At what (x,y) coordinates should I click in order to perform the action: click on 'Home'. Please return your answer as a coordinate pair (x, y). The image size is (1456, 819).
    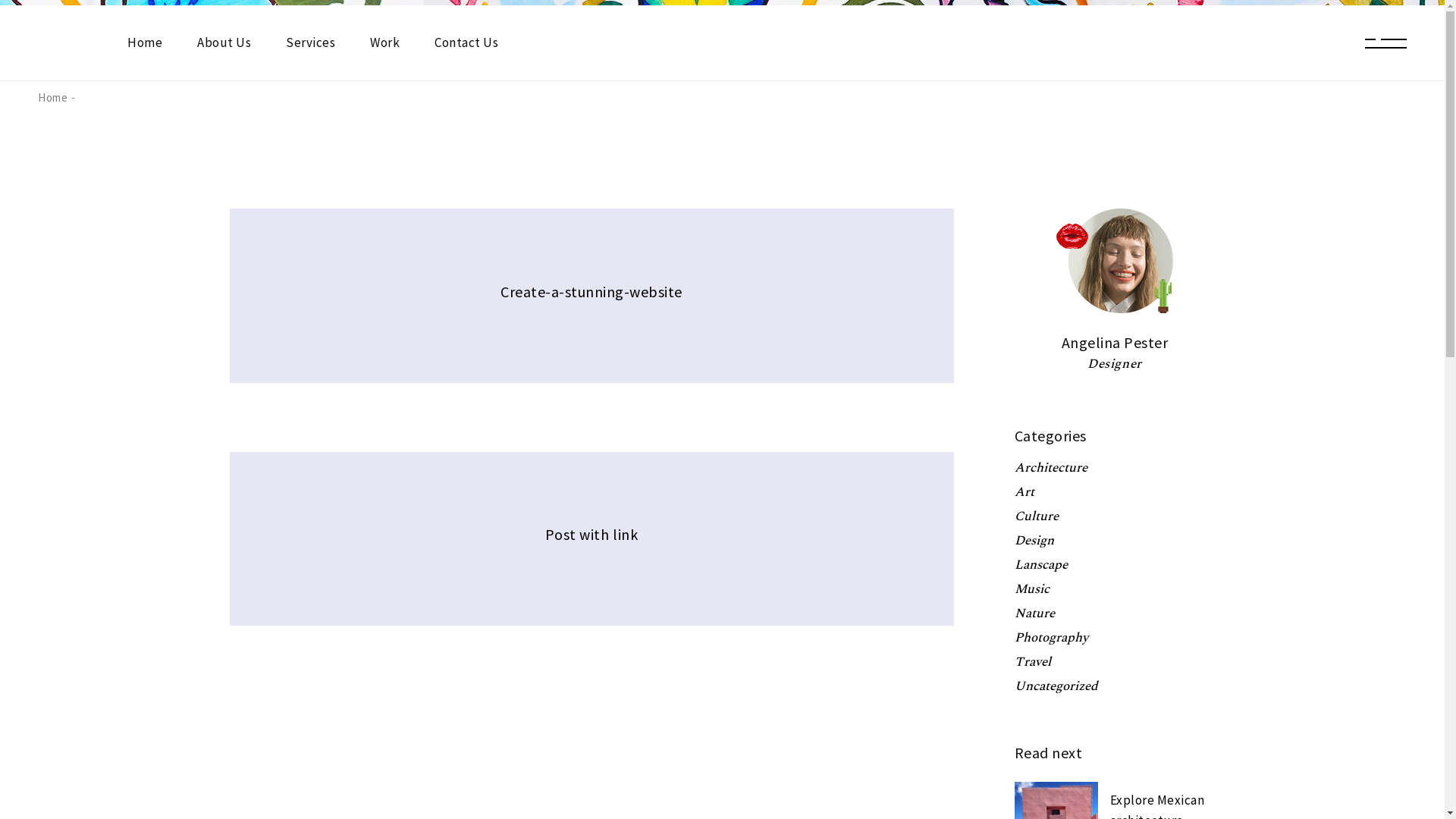
    Looking at the image, I should click on (145, 42).